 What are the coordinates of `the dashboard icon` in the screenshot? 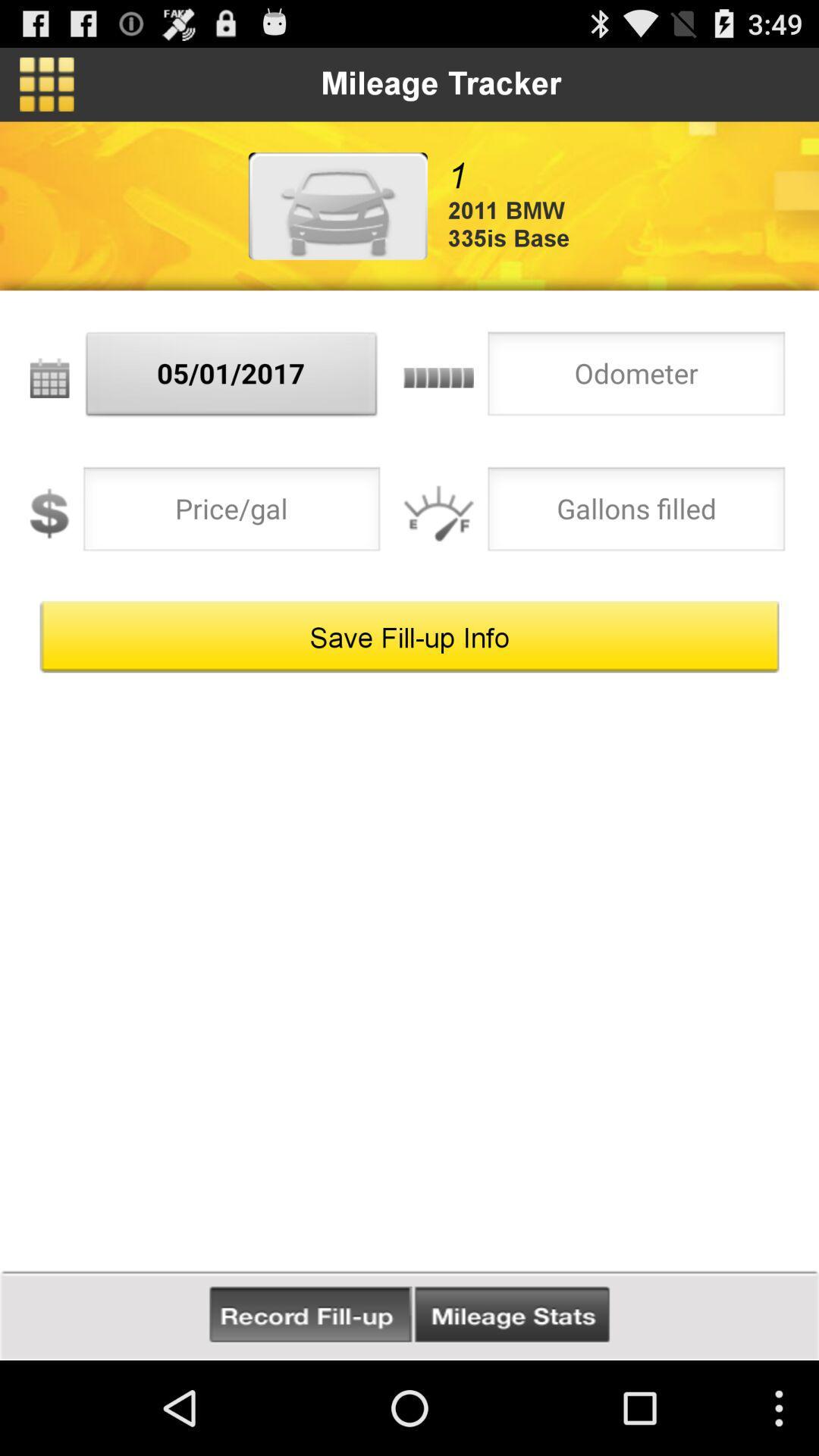 It's located at (45, 89).